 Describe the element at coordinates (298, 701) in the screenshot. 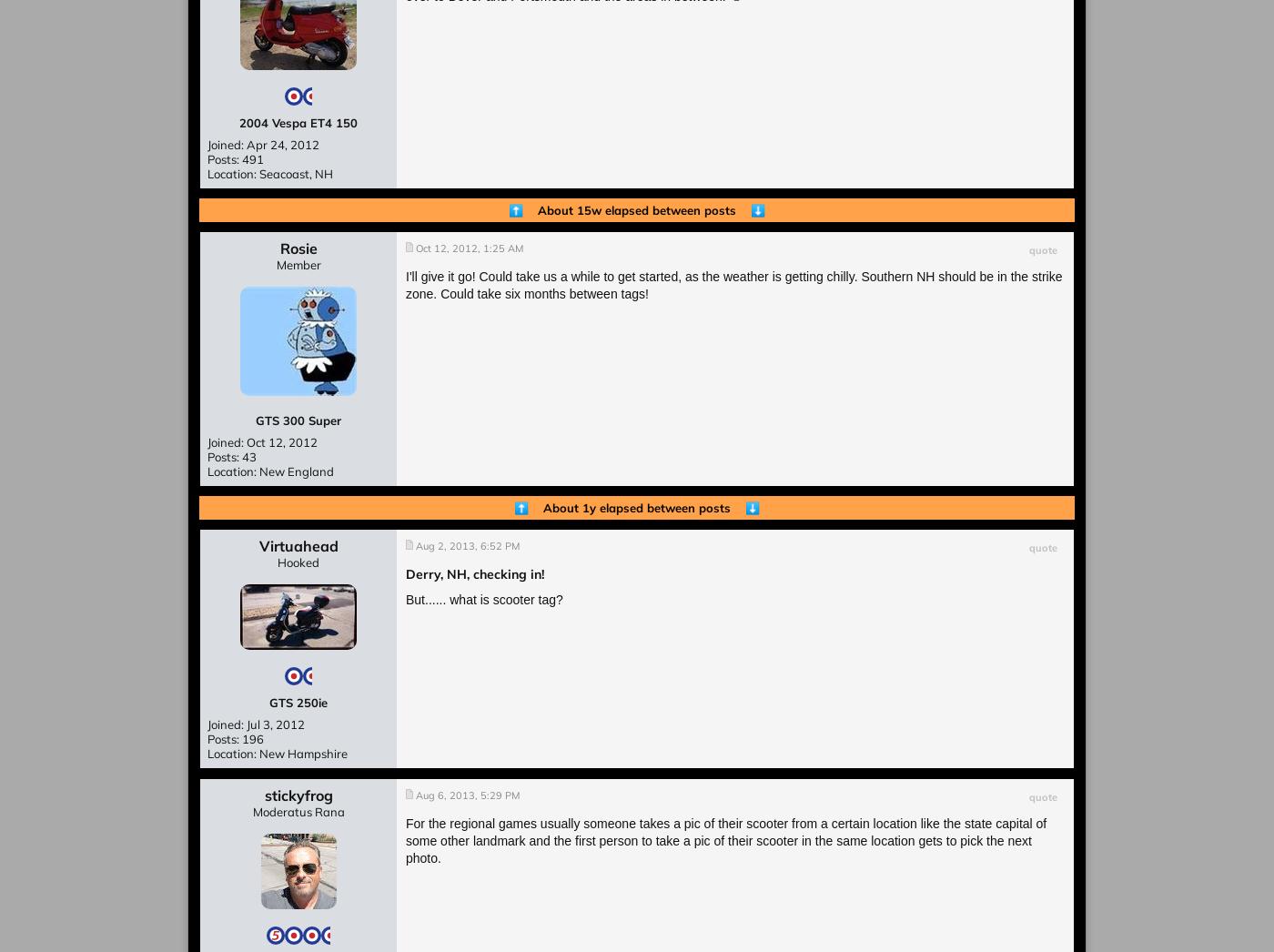

I see `'GTS 250ie'` at that location.